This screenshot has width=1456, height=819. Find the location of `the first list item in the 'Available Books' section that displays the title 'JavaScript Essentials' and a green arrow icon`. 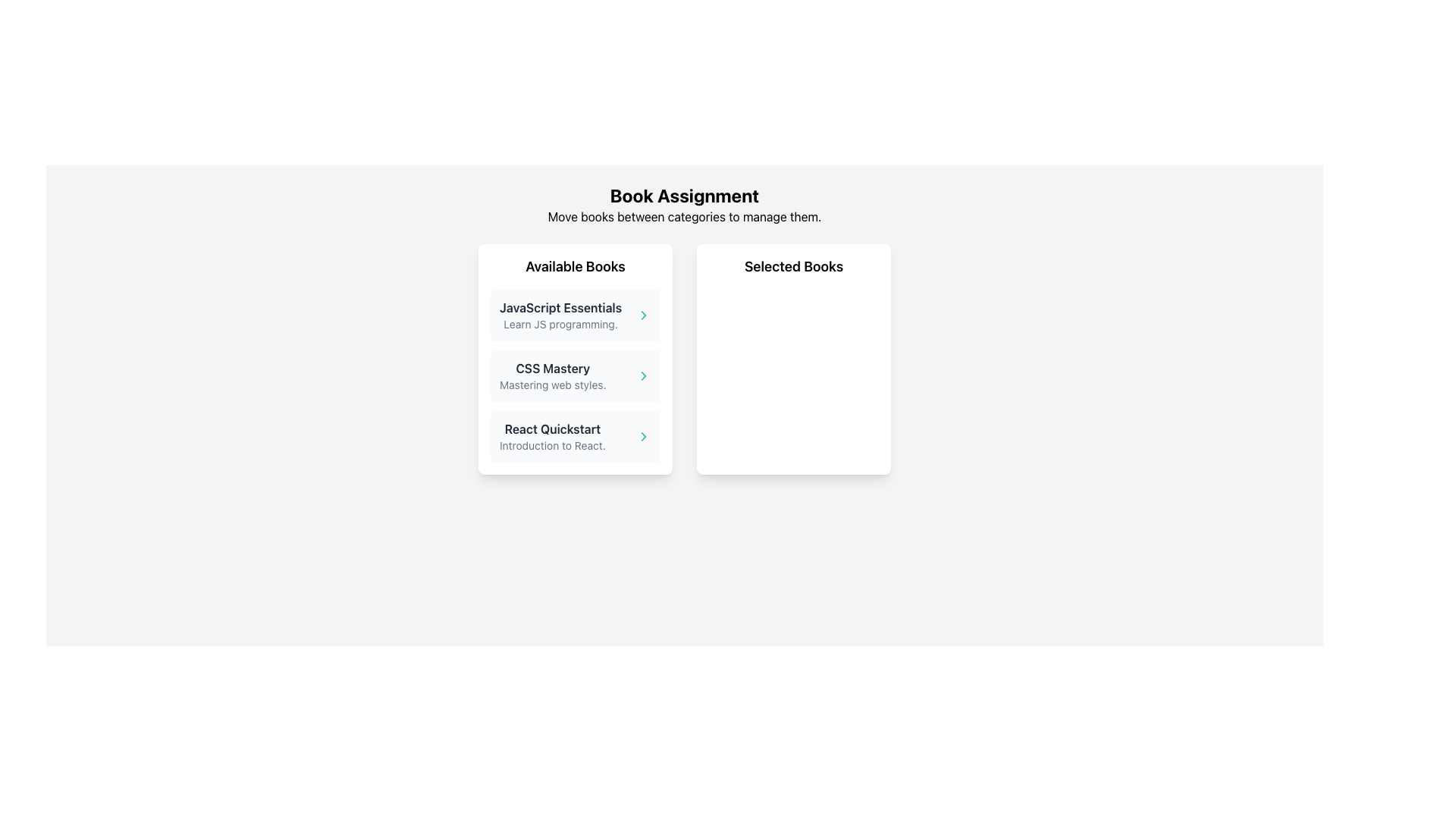

the first list item in the 'Available Books' section that displays the title 'JavaScript Essentials' and a green arrow icon is located at coordinates (574, 315).